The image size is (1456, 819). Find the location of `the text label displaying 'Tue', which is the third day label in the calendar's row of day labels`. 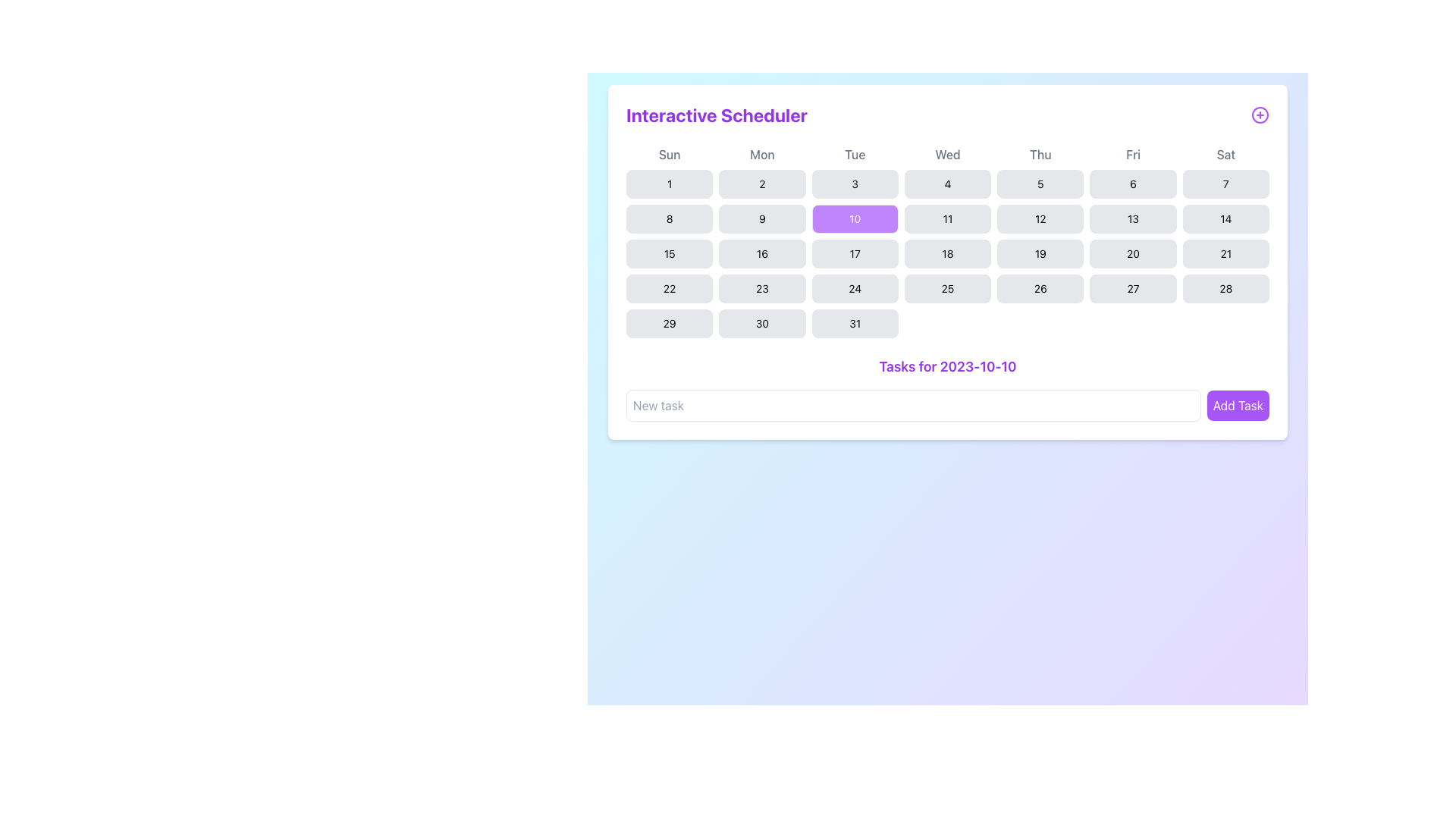

the text label displaying 'Tue', which is the third day label in the calendar's row of day labels is located at coordinates (855, 155).